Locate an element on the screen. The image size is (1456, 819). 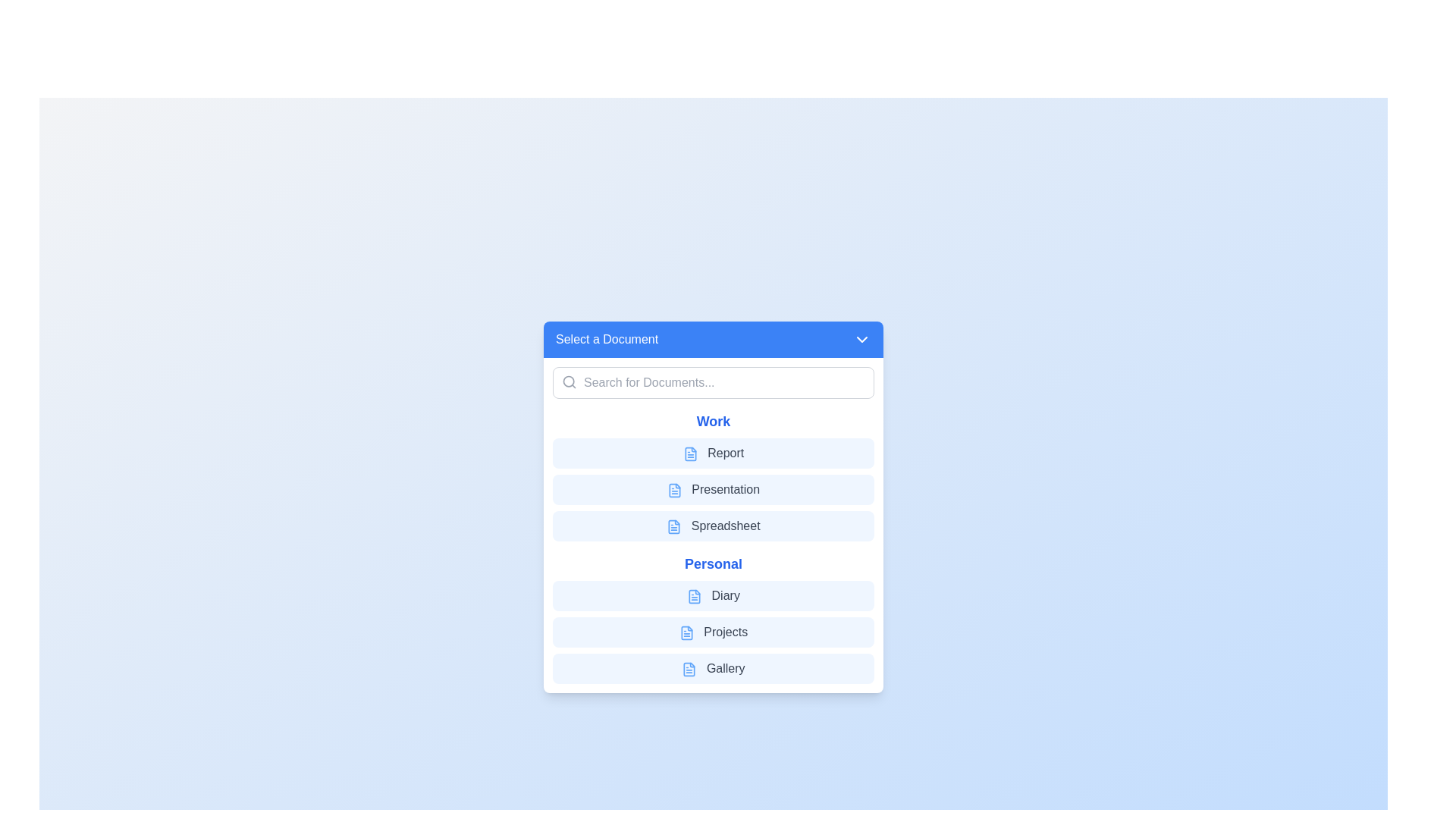
the 'Projects' button, which is a horizontally aligned rectangular button with rounded corners and a light-blue background, located in the 'Personal' section between 'Diary' and 'Gallery' is located at coordinates (712, 632).